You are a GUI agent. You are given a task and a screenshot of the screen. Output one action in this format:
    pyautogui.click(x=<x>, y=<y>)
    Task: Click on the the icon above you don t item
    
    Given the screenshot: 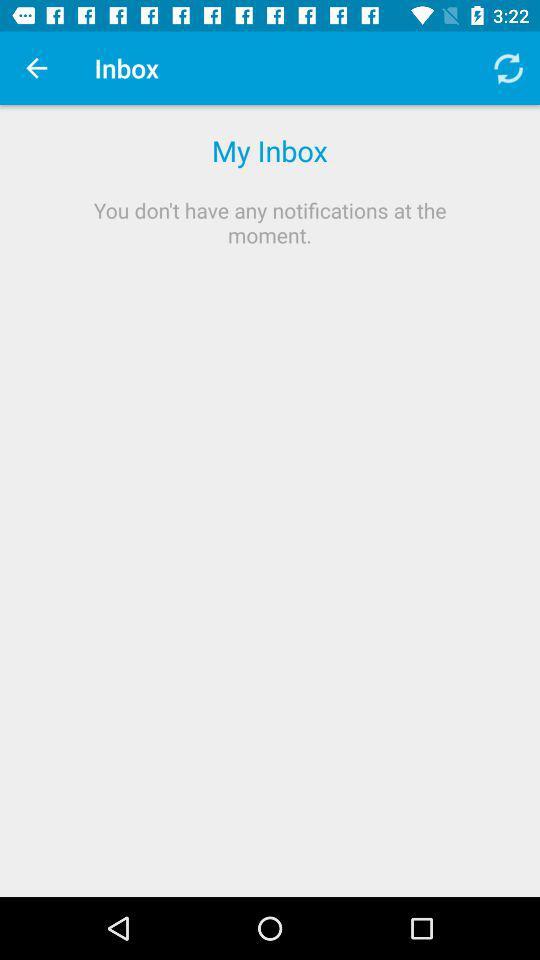 What is the action you would take?
    pyautogui.click(x=508, y=68)
    